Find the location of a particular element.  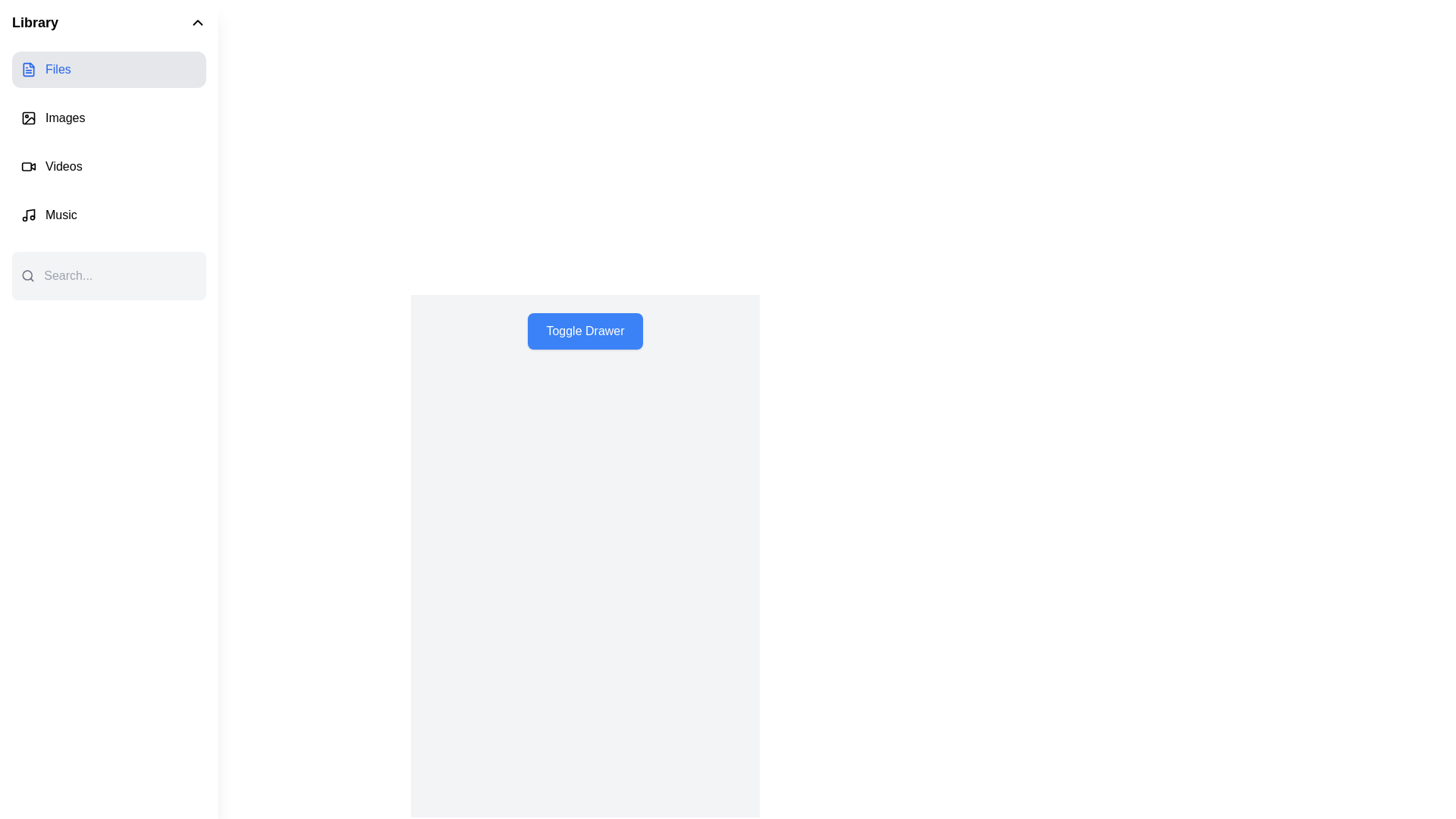

the magnifying glass icon located in the search bar on the left sidebar menu, which is styled in gray and adjacent to a search input field is located at coordinates (28, 275).